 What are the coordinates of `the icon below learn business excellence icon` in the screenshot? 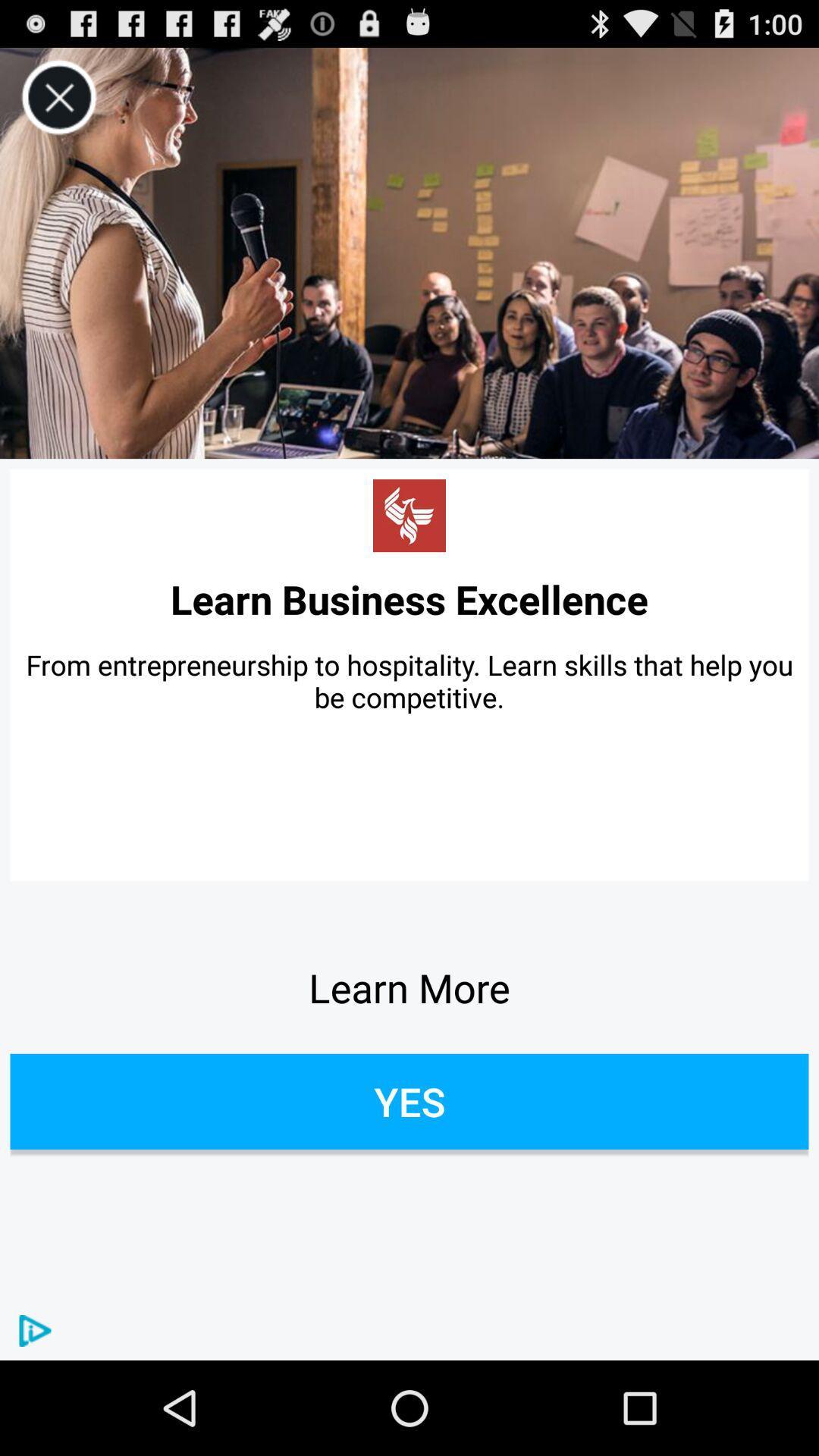 It's located at (409, 680).